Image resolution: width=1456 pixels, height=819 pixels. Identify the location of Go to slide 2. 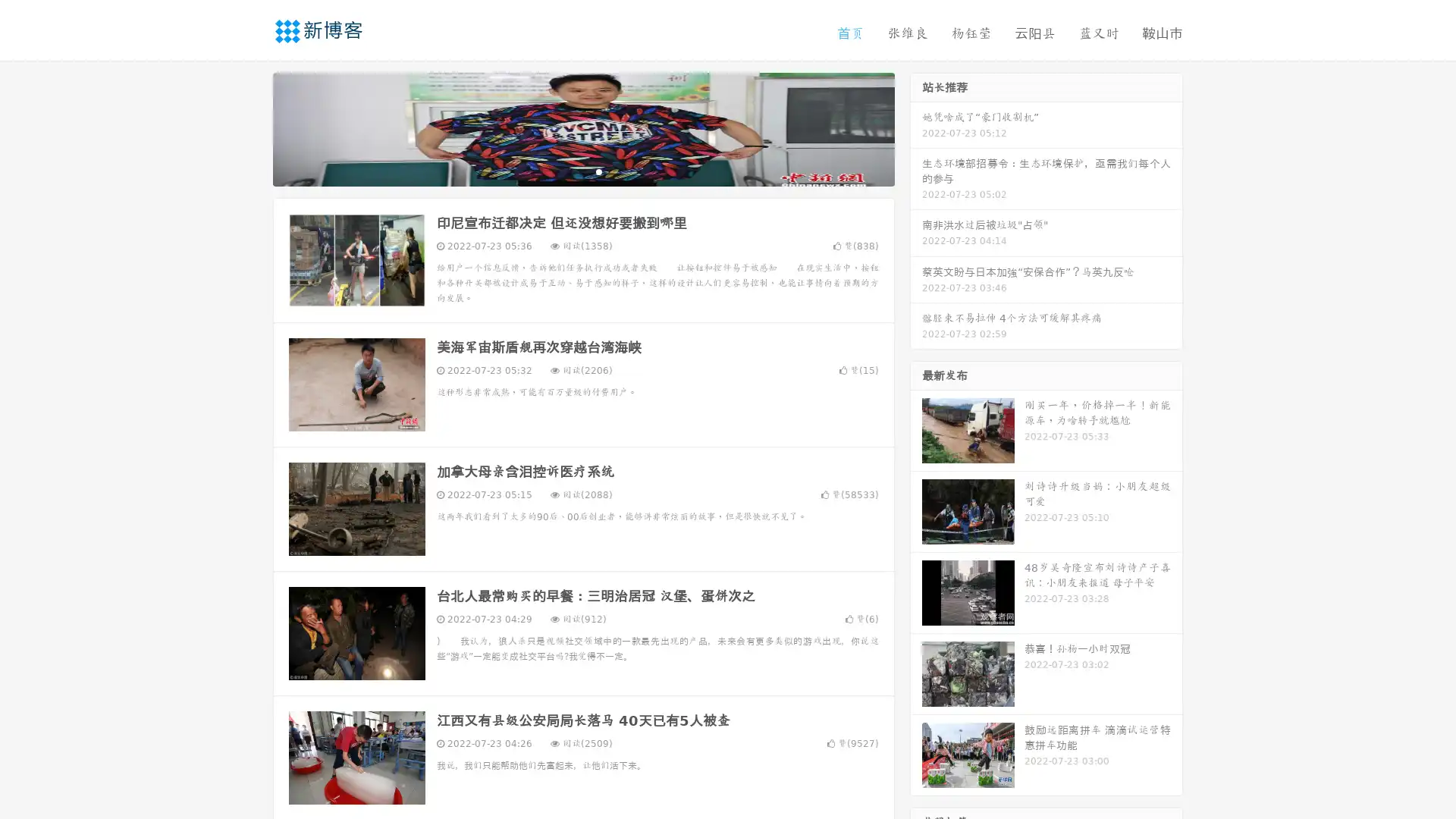
(582, 171).